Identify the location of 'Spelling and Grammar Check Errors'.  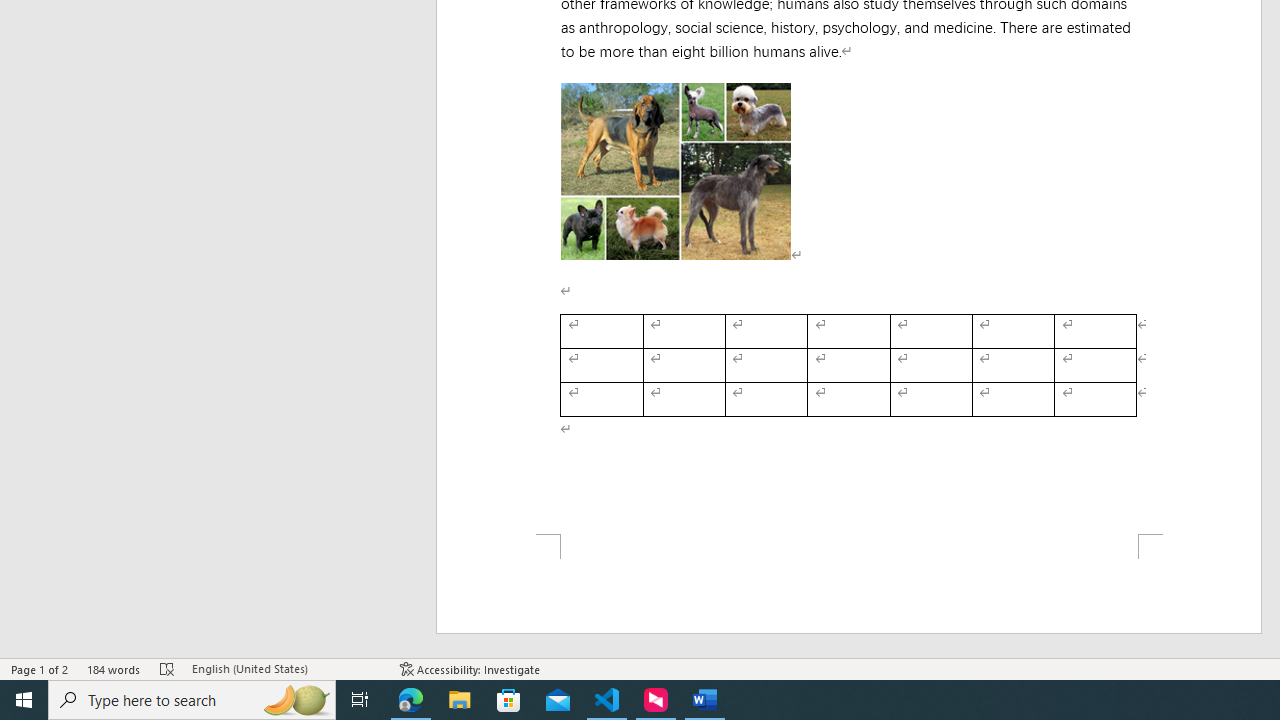
(168, 669).